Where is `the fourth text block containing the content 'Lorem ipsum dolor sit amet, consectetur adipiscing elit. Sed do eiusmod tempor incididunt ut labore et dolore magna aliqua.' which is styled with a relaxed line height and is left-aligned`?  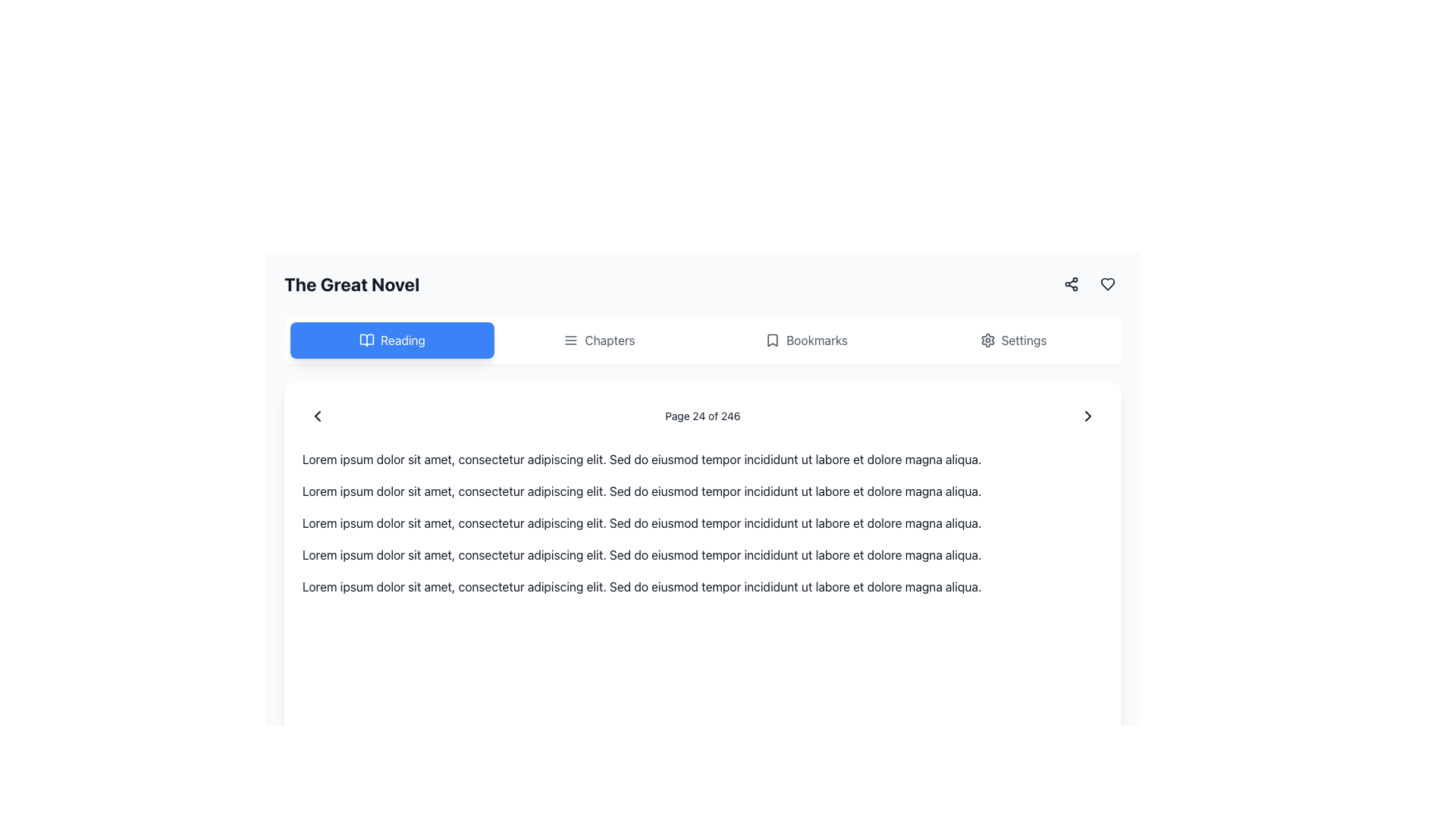 the fourth text block containing the content 'Lorem ipsum dolor sit amet, consectetur adipiscing elit. Sed do eiusmod tempor incididunt ut labore et dolore magna aliqua.' which is styled with a relaxed line height and is left-aligned is located at coordinates (701, 555).